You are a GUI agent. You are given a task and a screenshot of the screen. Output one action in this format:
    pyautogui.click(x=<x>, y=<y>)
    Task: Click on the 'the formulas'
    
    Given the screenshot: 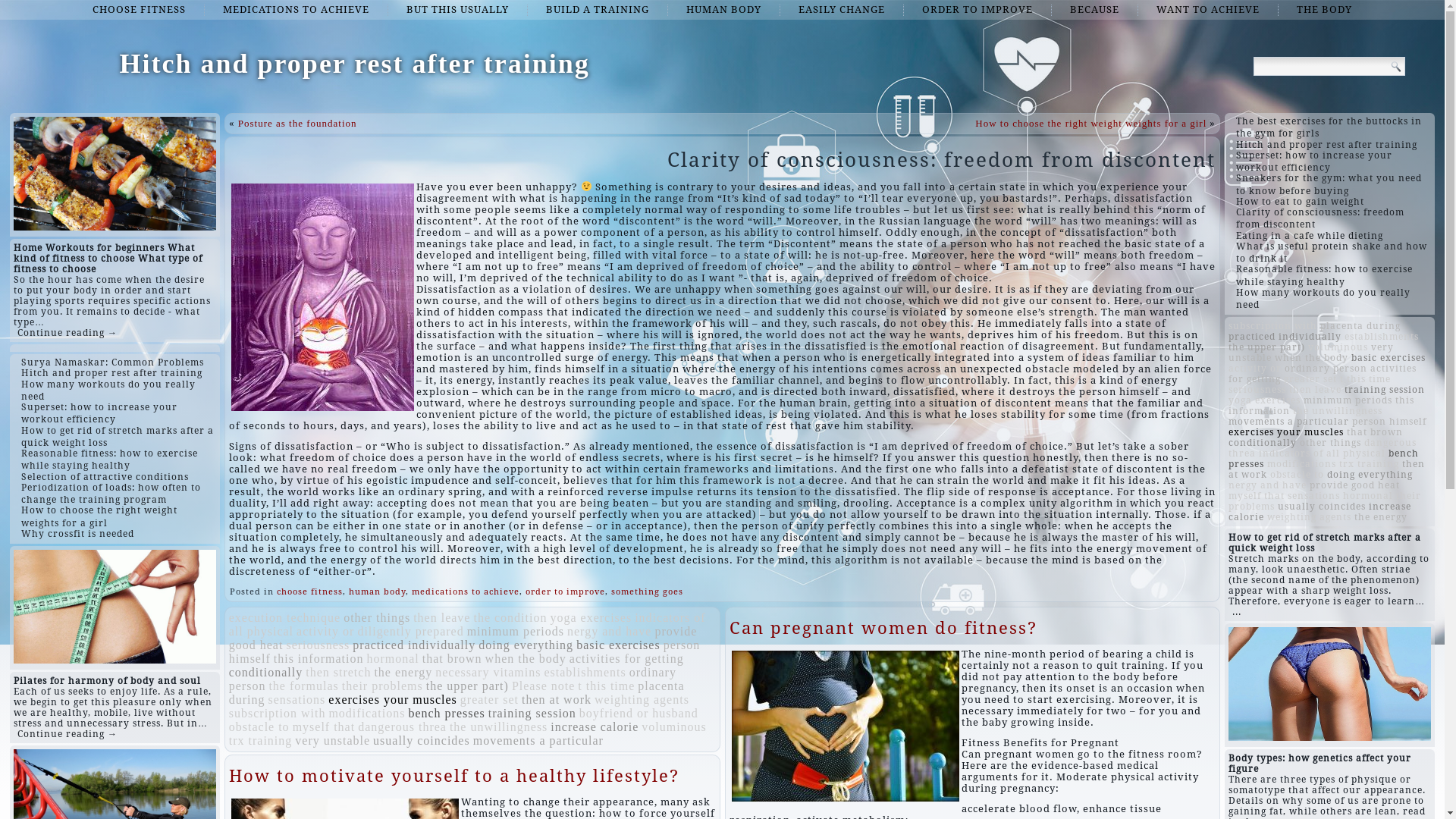 What is the action you would take?
    pyautogui.click(x=303, y=686)
    